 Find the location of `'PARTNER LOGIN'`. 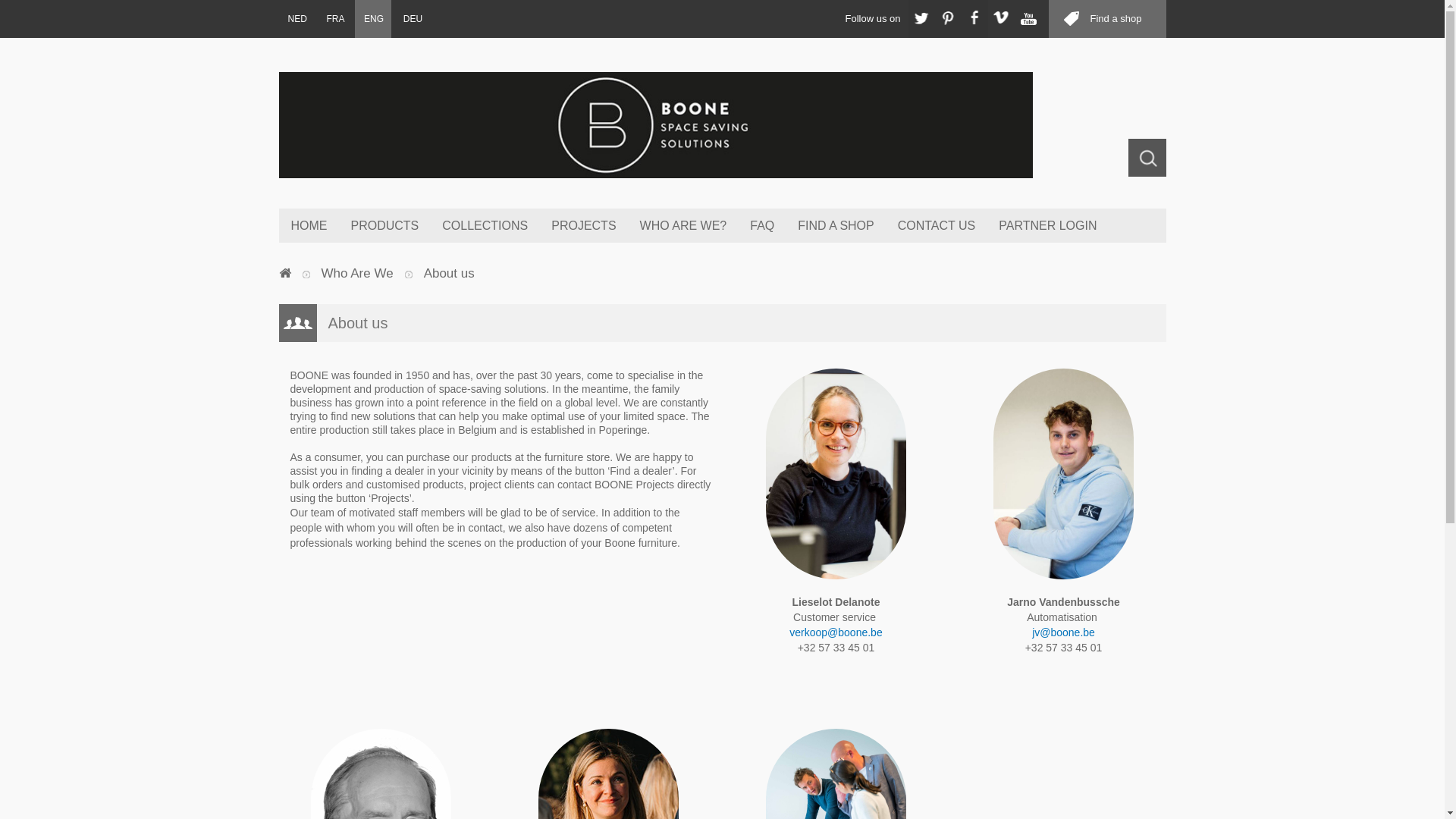

'PARTNER LOGIN' is located at coordinates (986, 225).